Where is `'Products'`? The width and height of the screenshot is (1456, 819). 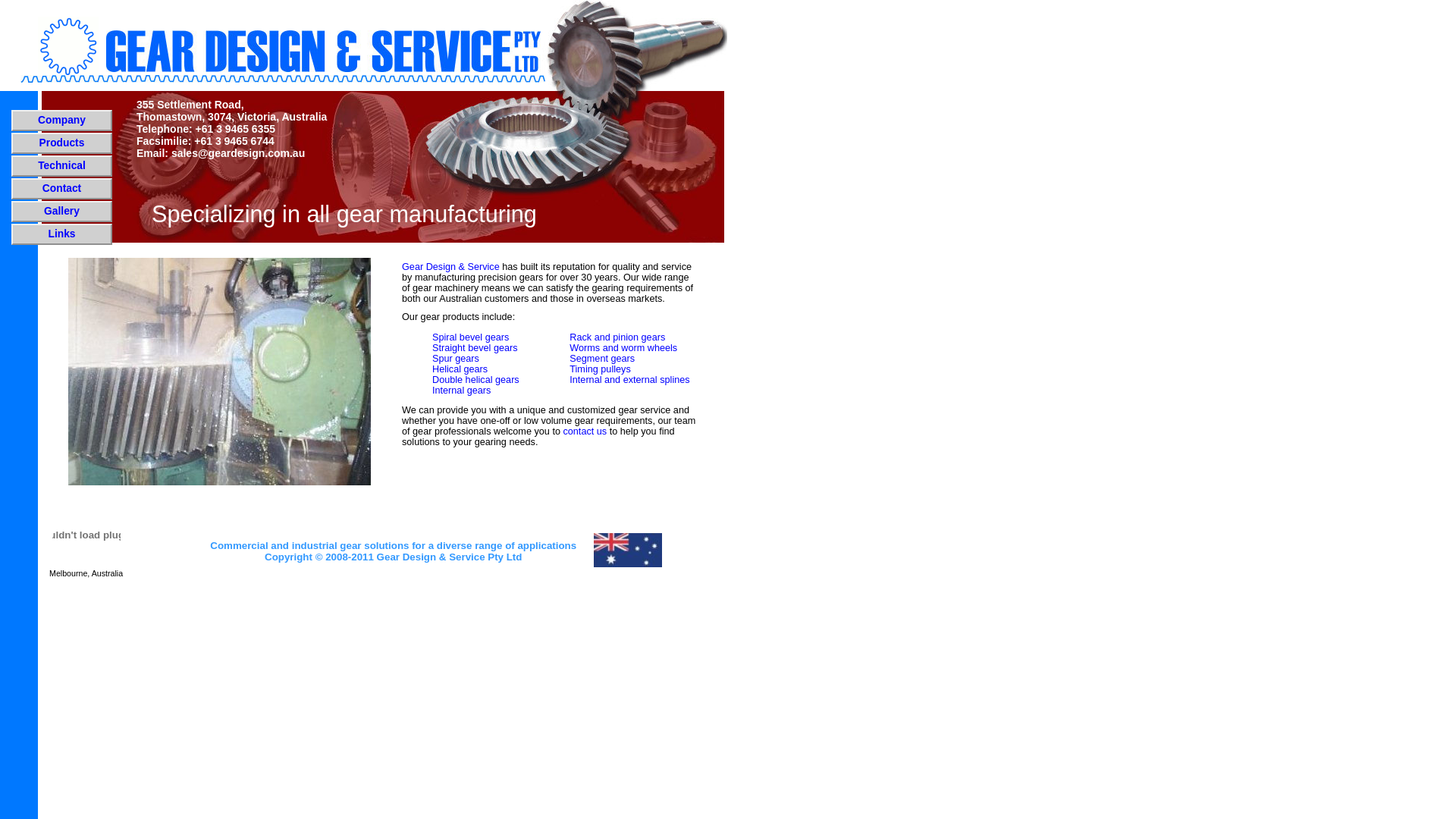 'Products' is located at coordinates (39, 143).